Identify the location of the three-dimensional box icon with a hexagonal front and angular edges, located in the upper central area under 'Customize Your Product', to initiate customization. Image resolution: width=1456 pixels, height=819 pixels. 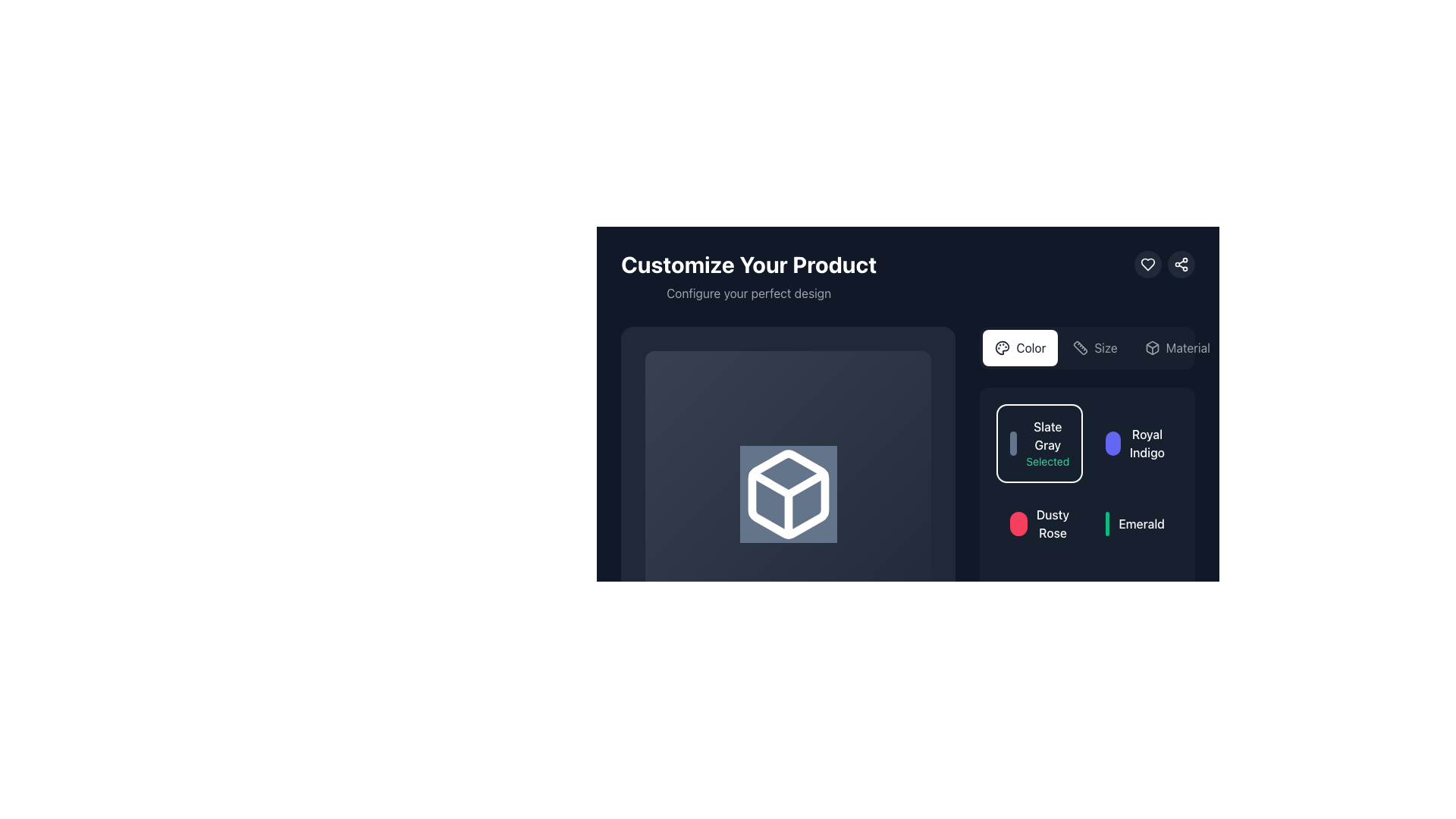
(788, 494).